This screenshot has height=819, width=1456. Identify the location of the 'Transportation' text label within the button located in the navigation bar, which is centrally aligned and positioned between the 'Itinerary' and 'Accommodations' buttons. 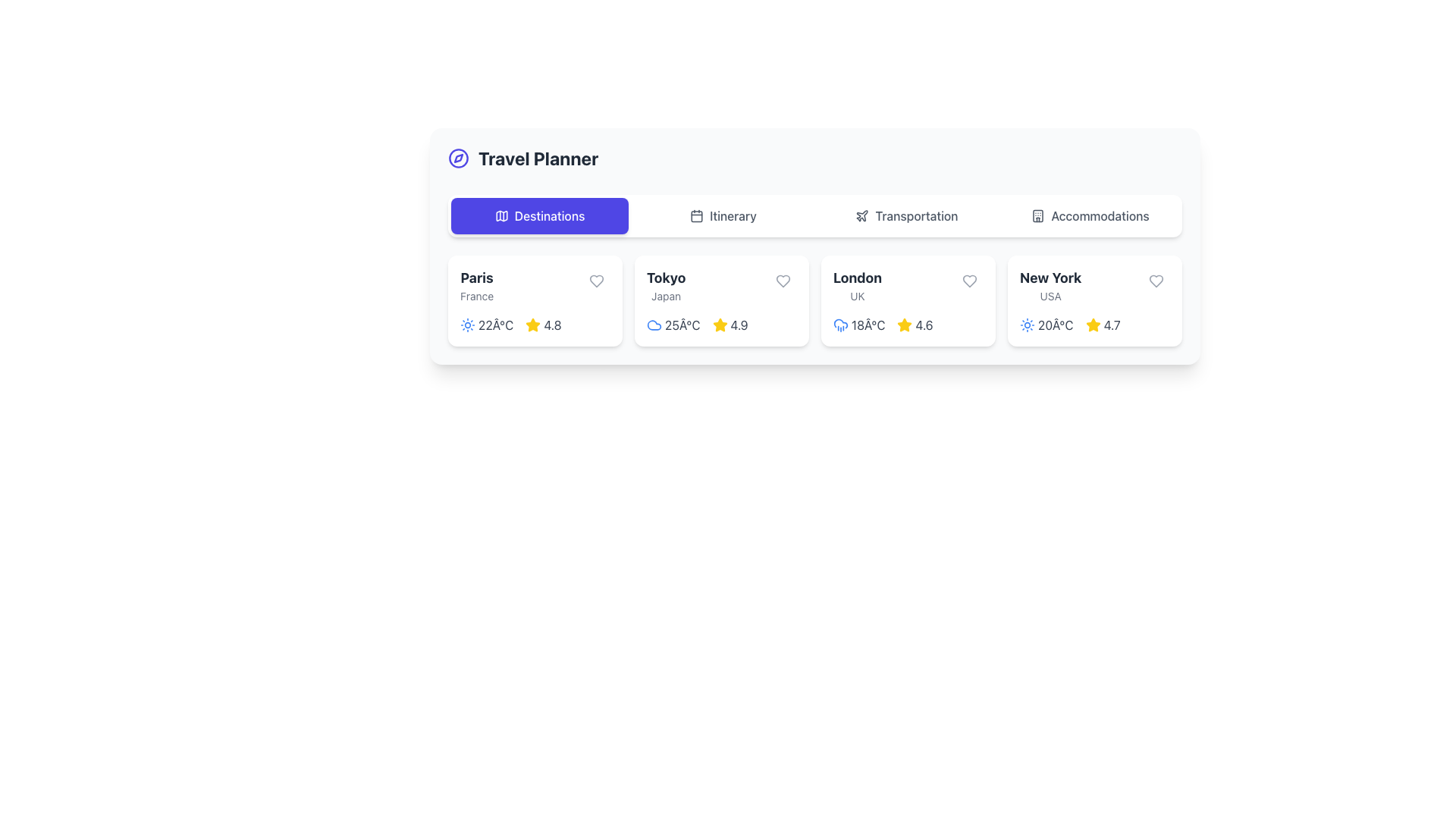
(916, 216).